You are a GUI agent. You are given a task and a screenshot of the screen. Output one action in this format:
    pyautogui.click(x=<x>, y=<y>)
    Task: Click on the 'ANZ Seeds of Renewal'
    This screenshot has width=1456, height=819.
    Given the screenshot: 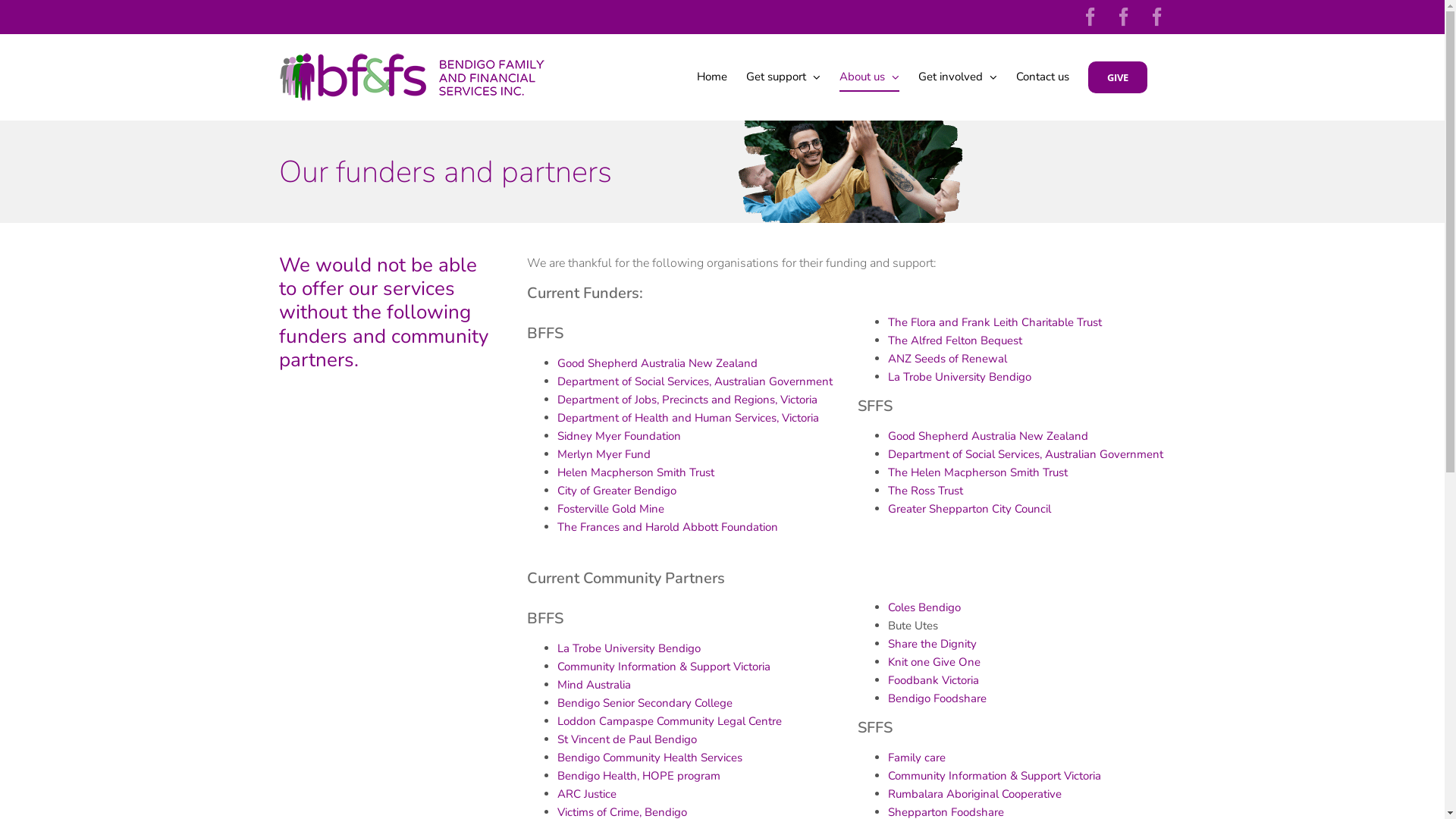 What is the action you would take?
    pyautogui.click(x=946, y=359)
    